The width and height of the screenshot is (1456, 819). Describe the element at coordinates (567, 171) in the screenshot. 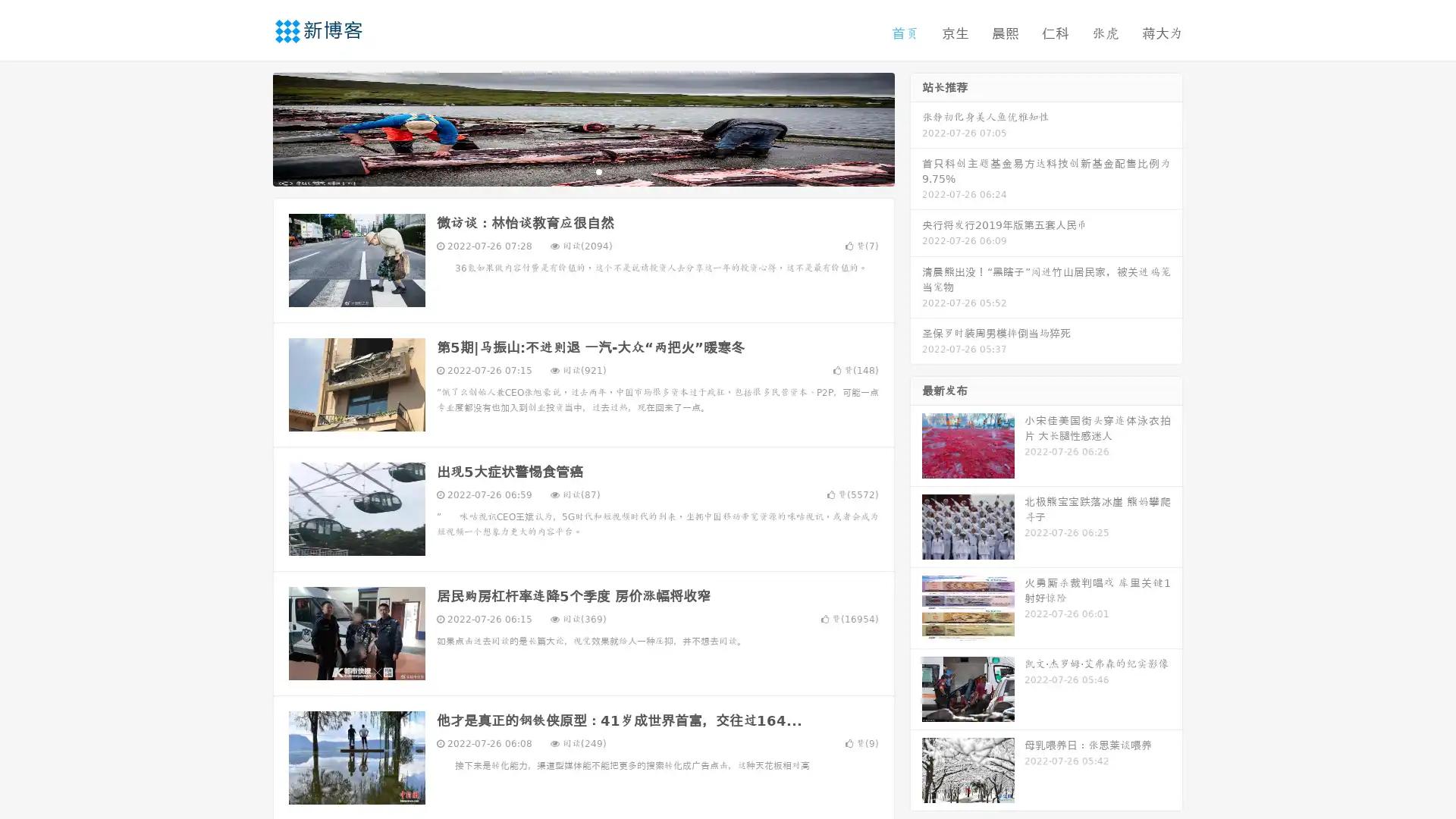

I see `Go to slide 1` at that location.